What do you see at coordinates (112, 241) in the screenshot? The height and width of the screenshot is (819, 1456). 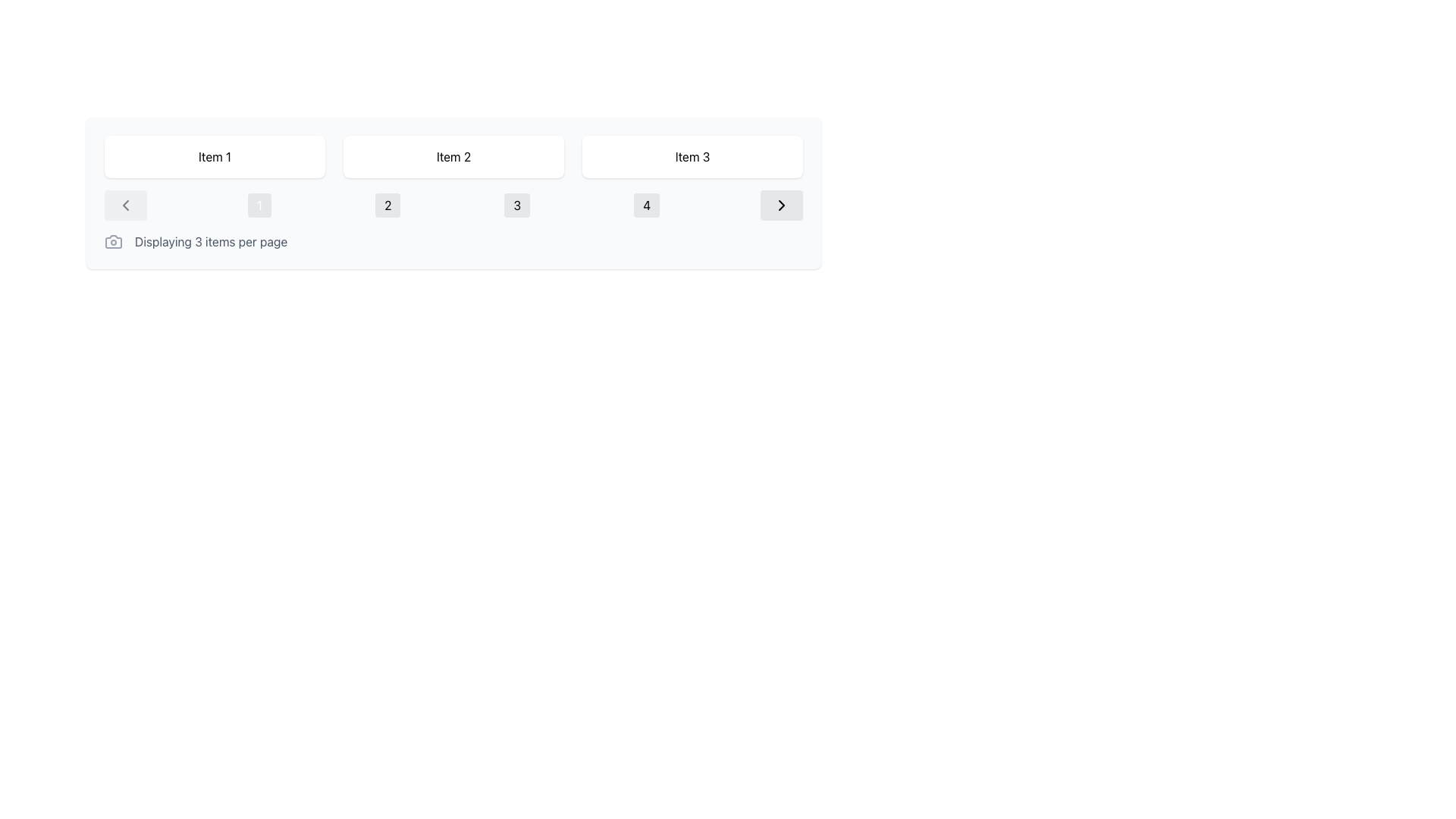 I see `the camera icon in line-art style located in the lower-left section of the pagination control bar` at bounding box center [112, 241].